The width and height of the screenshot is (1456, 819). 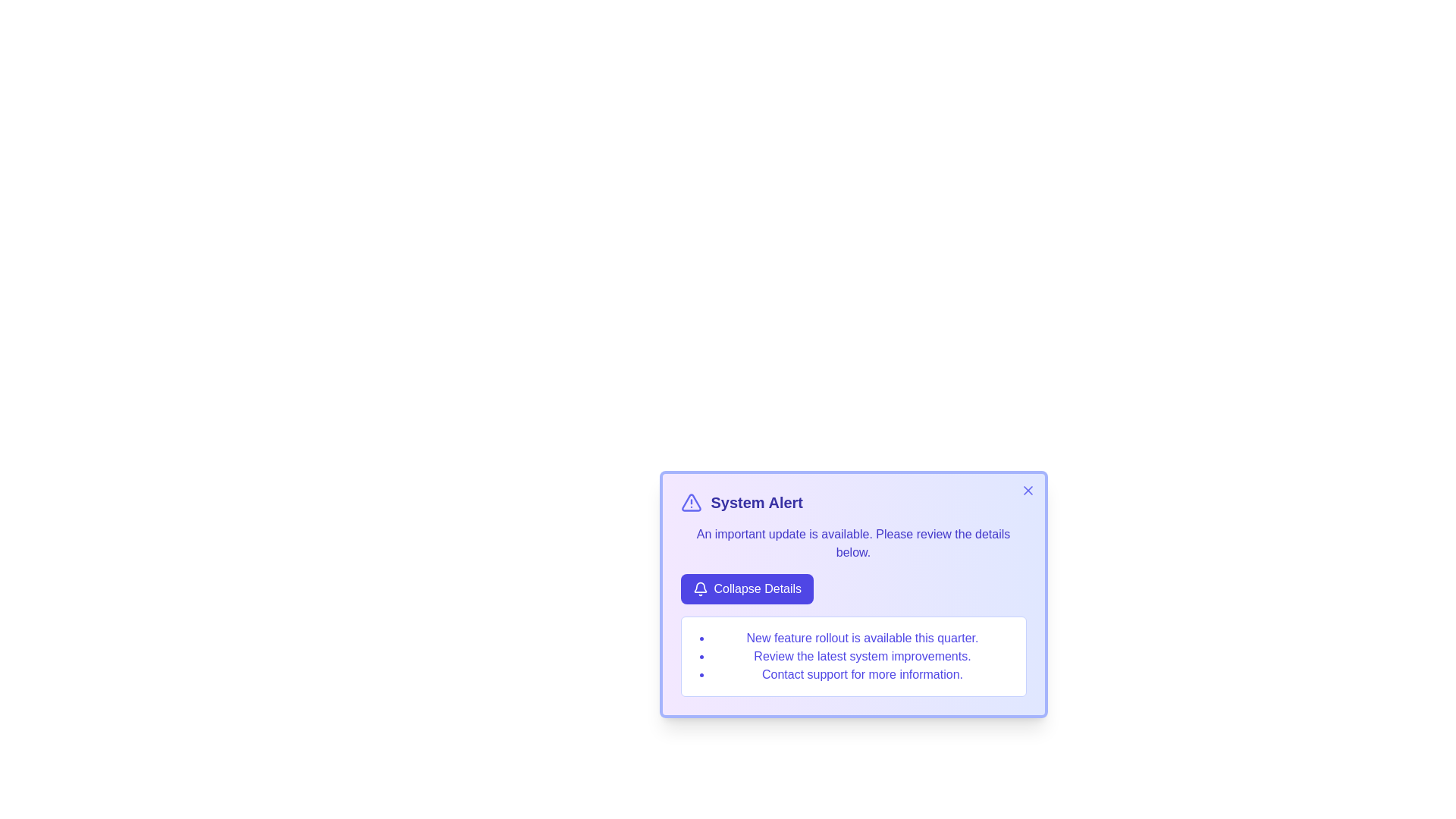 What do you see at coordinates (1028, 491) in the screenshot?
I see `the close icon in the top-right corner of the alert` at bounding box center [1028, 491].